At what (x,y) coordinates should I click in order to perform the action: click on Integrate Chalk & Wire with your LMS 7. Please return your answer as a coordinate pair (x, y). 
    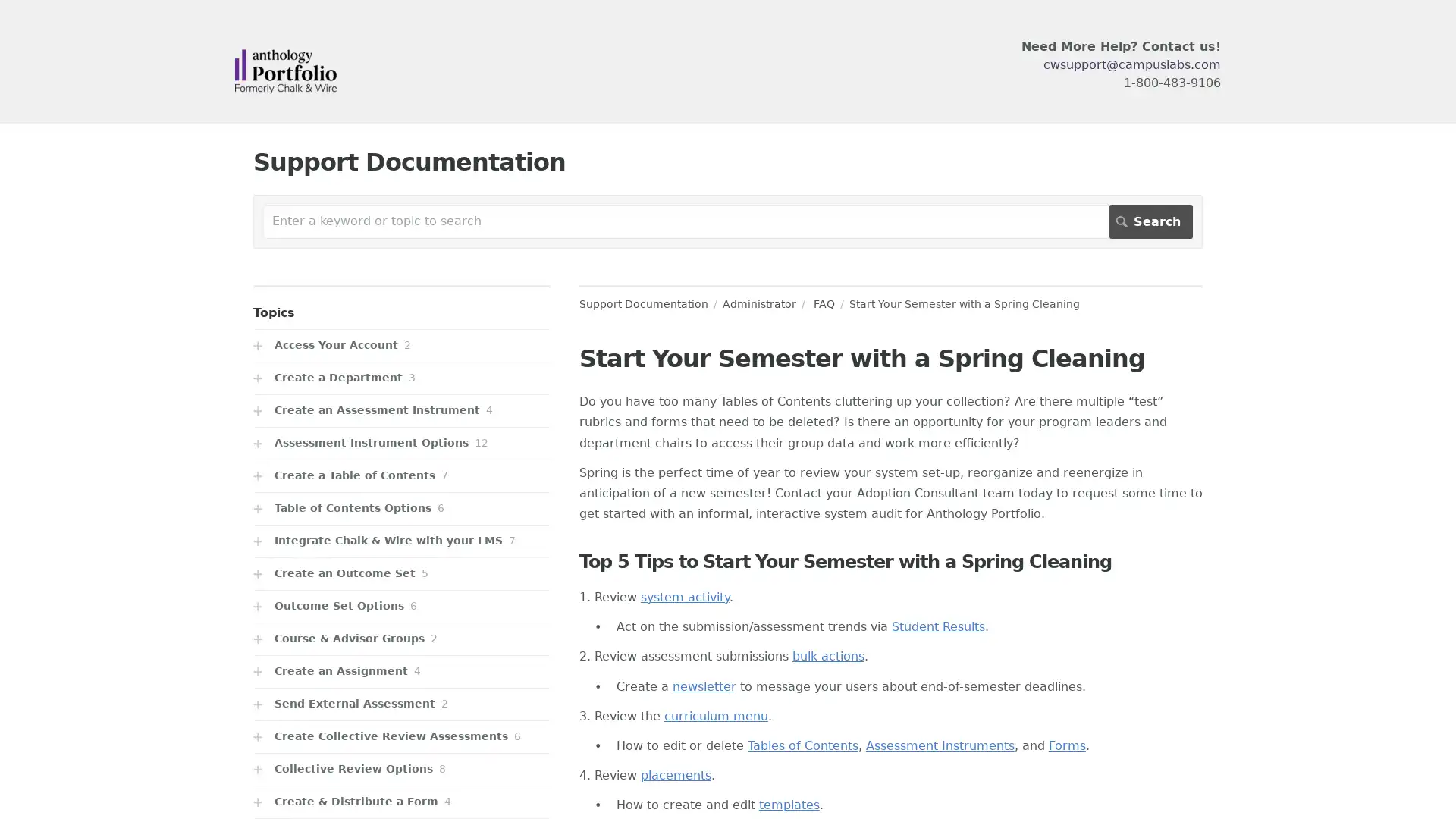
    Looking at the image, I should click on (401, 540).